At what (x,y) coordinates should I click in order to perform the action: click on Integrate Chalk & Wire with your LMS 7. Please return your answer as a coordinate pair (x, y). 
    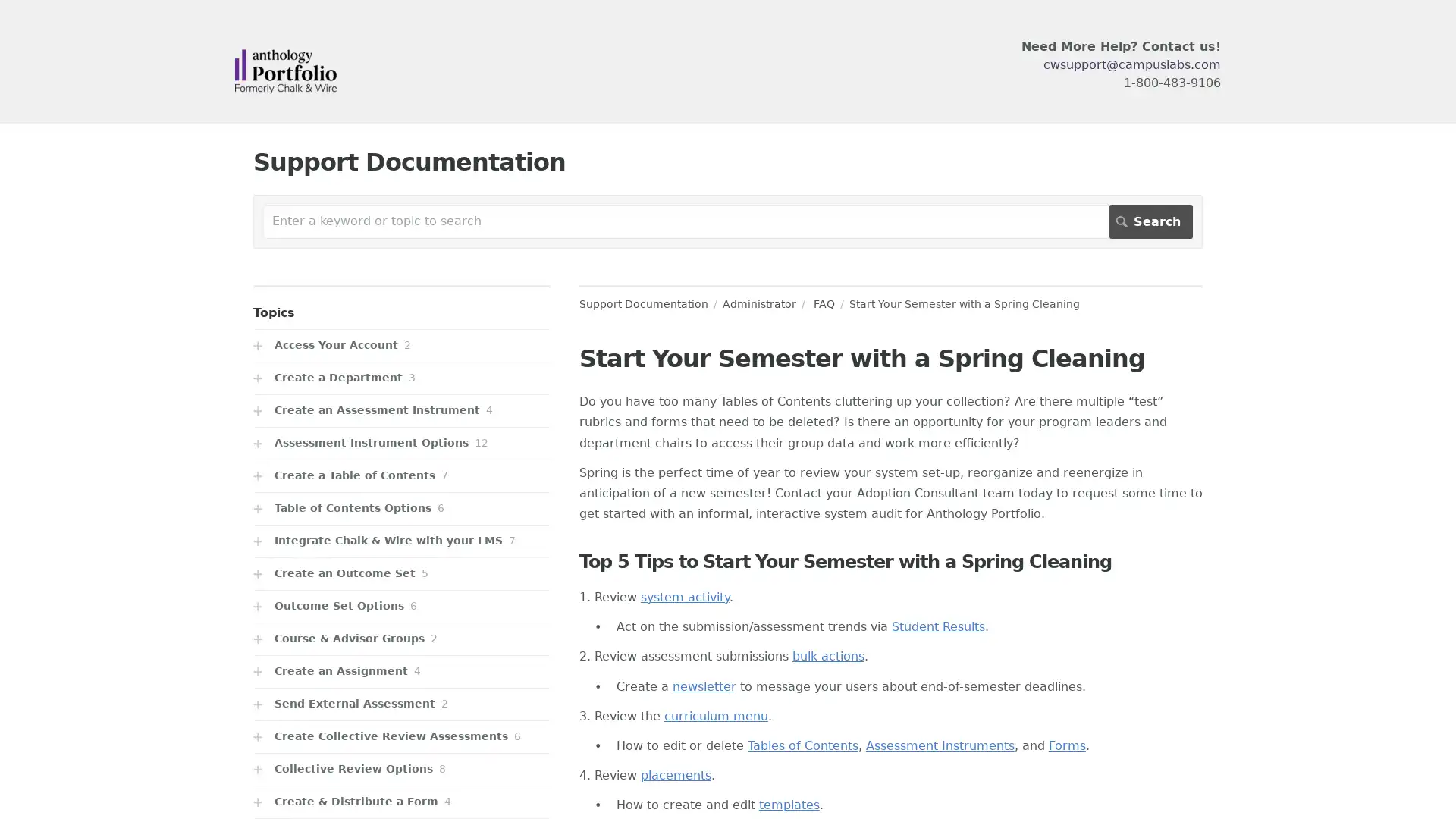
    Looking at the image, I should click on (401, 540).